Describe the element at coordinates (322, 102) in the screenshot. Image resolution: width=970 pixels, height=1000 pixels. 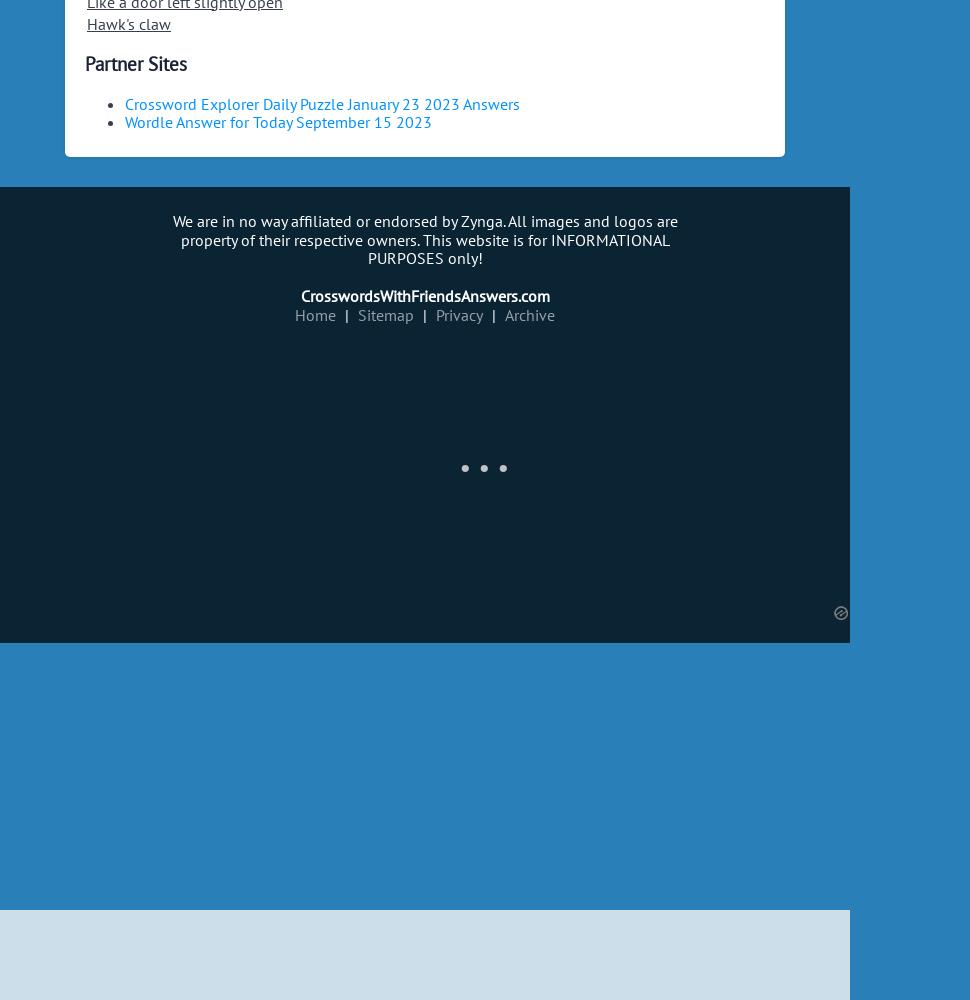
I see `'Crossword Explorer Daily Puzzle January 23 2023 Answers'` at that location.